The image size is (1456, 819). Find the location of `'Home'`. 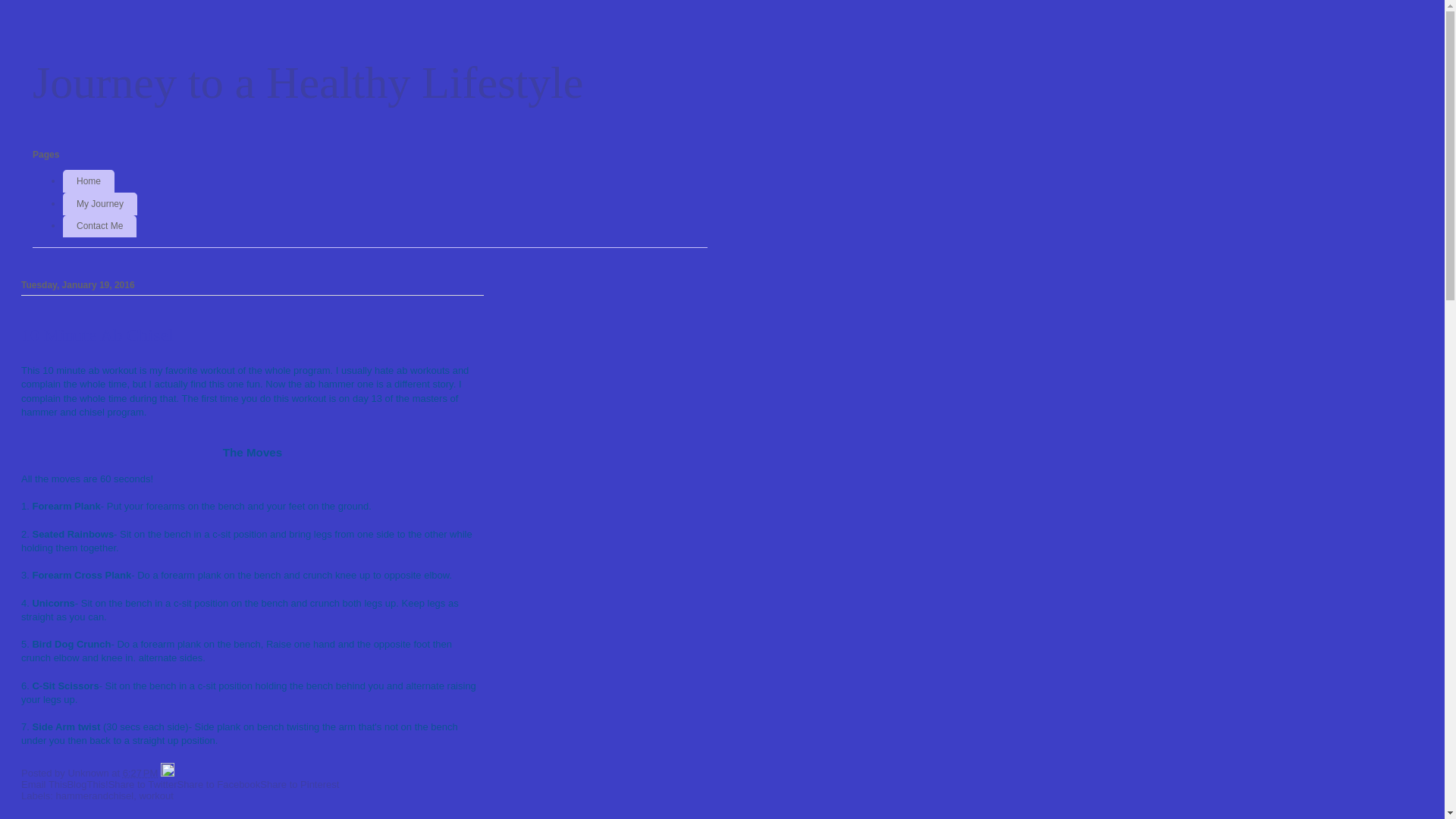

'Home' is located at coordinates (61, 180).